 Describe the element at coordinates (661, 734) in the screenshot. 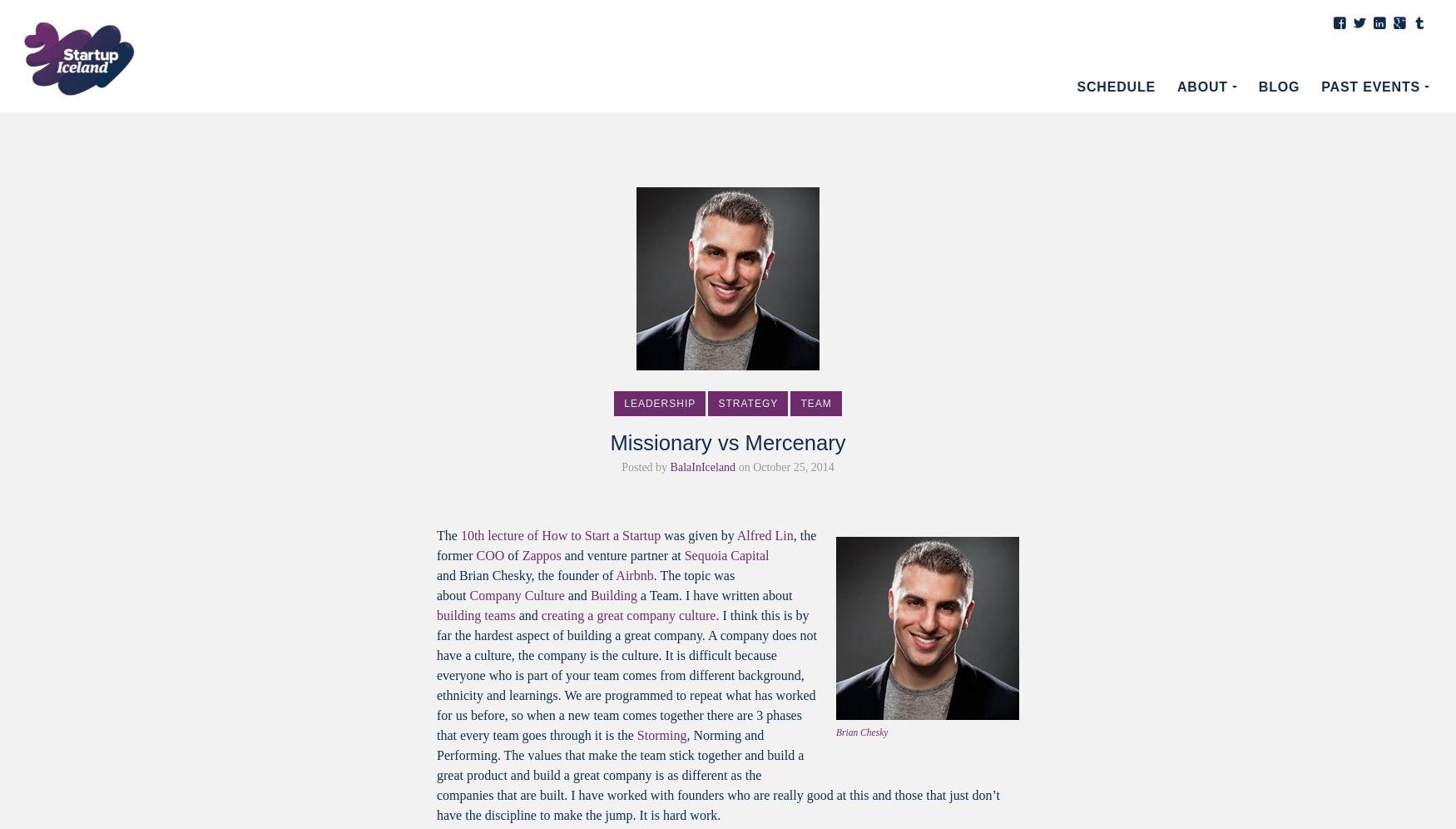

I see `'Storming'` at that location.